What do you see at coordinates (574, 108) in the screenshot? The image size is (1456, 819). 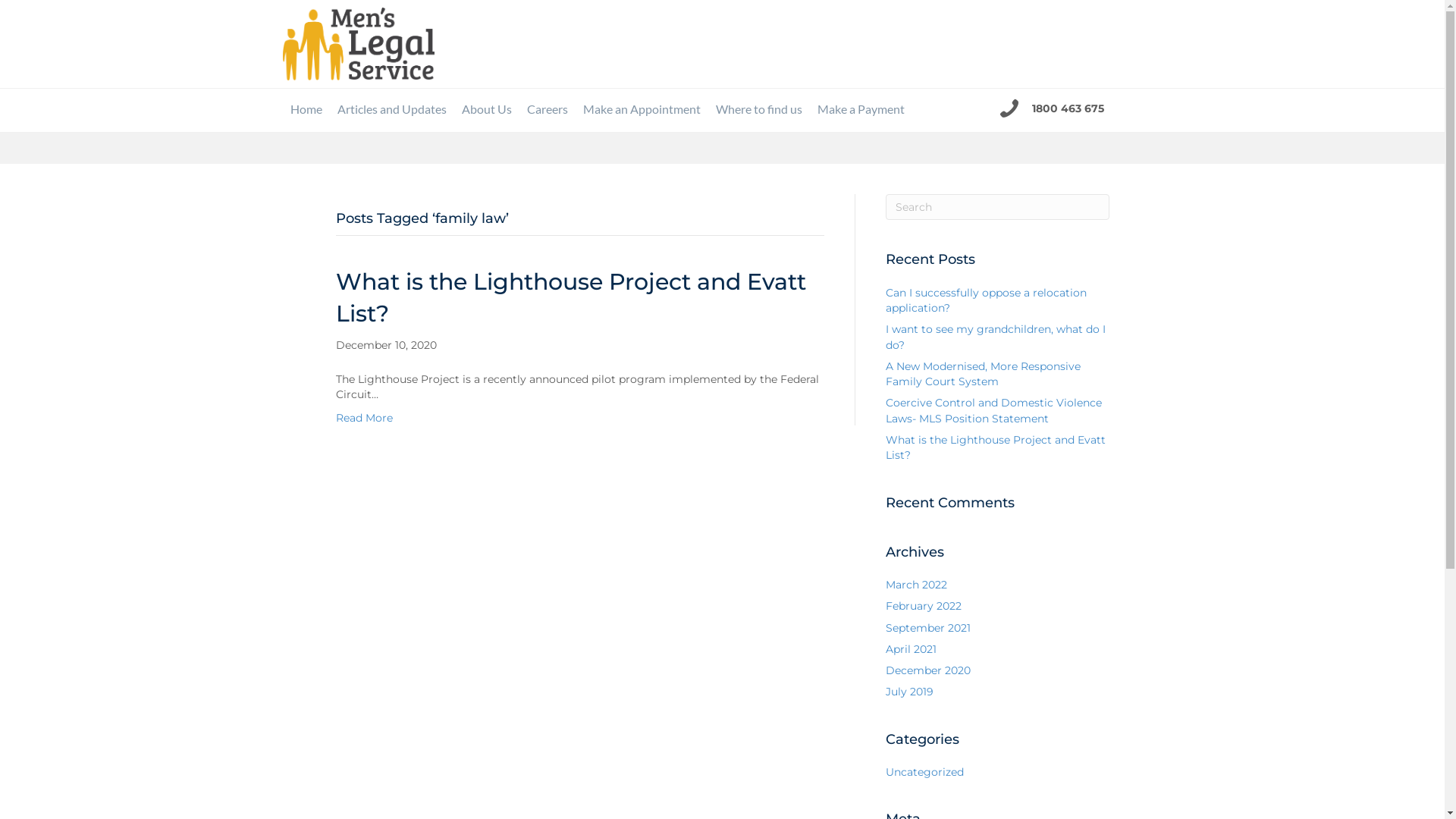 I see `'Make an Appointment'` at bounding box center [574, 108].